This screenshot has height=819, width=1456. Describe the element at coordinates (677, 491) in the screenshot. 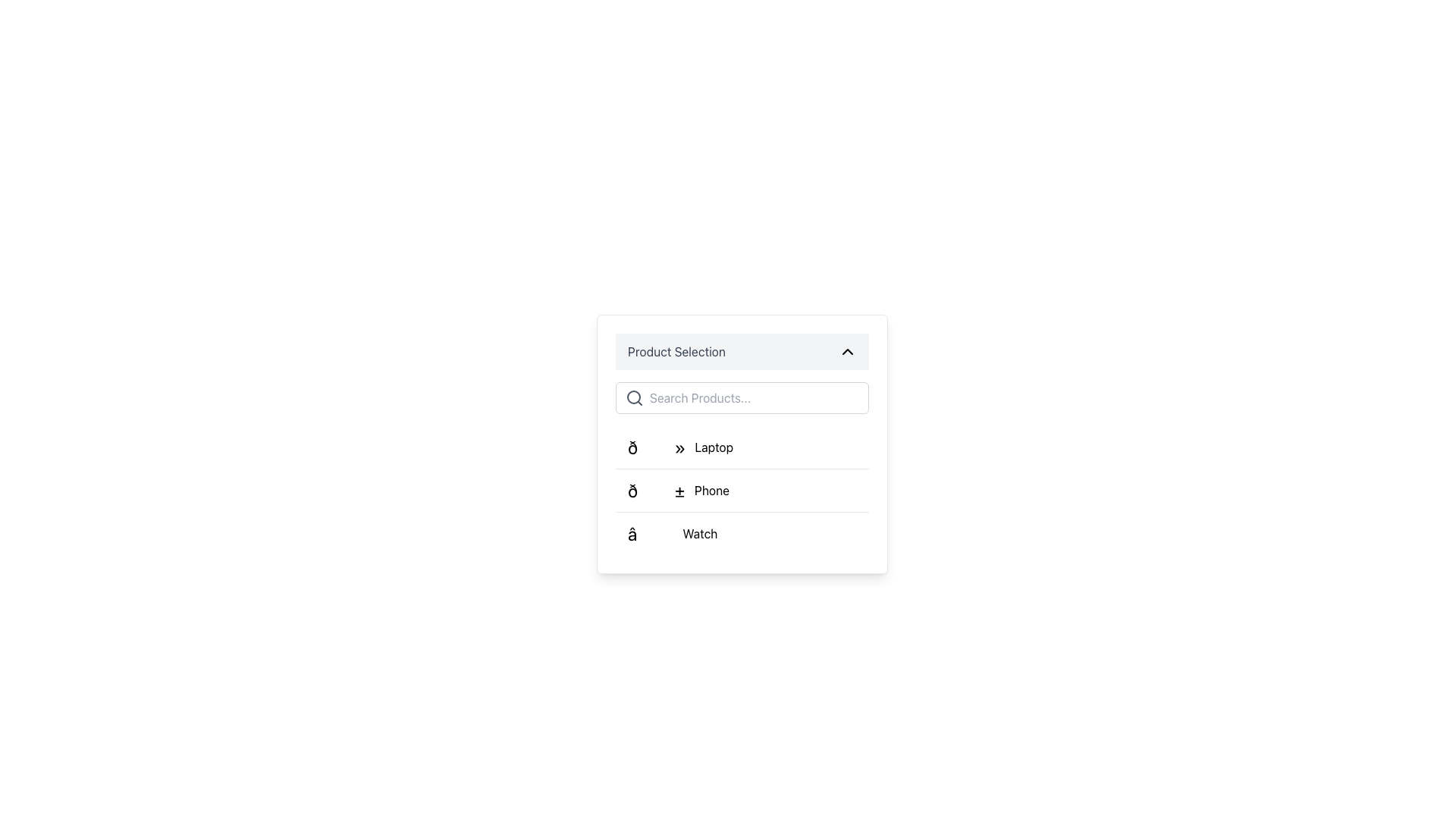

I see `the second item in the product selection list, which represents the 'Phone' option` at that location.